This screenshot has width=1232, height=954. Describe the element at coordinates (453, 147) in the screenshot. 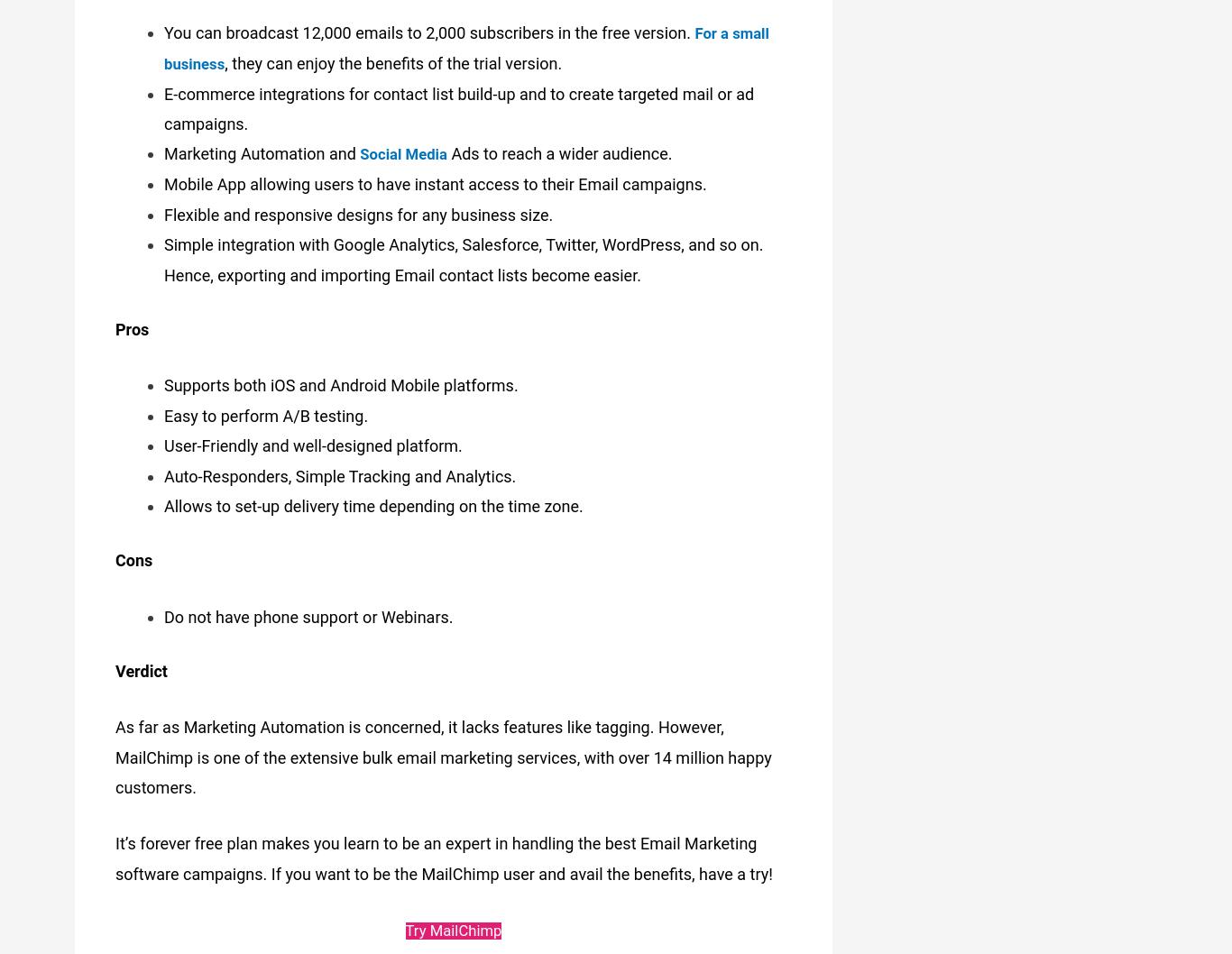

I see `'Ads to reach a wider audience.'` at that location.